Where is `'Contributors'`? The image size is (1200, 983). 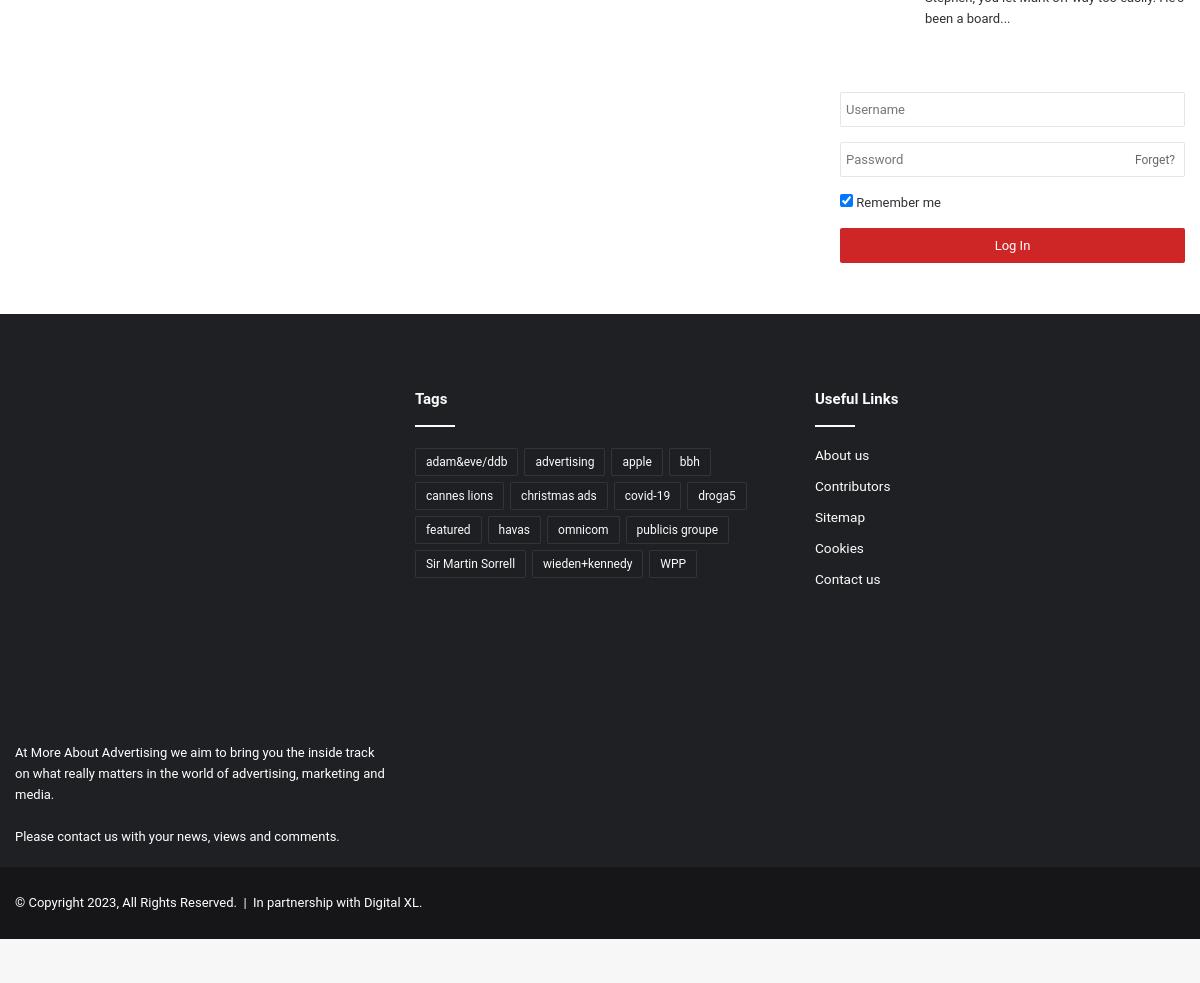 'Contributors' is located at coordinates (851, 484).